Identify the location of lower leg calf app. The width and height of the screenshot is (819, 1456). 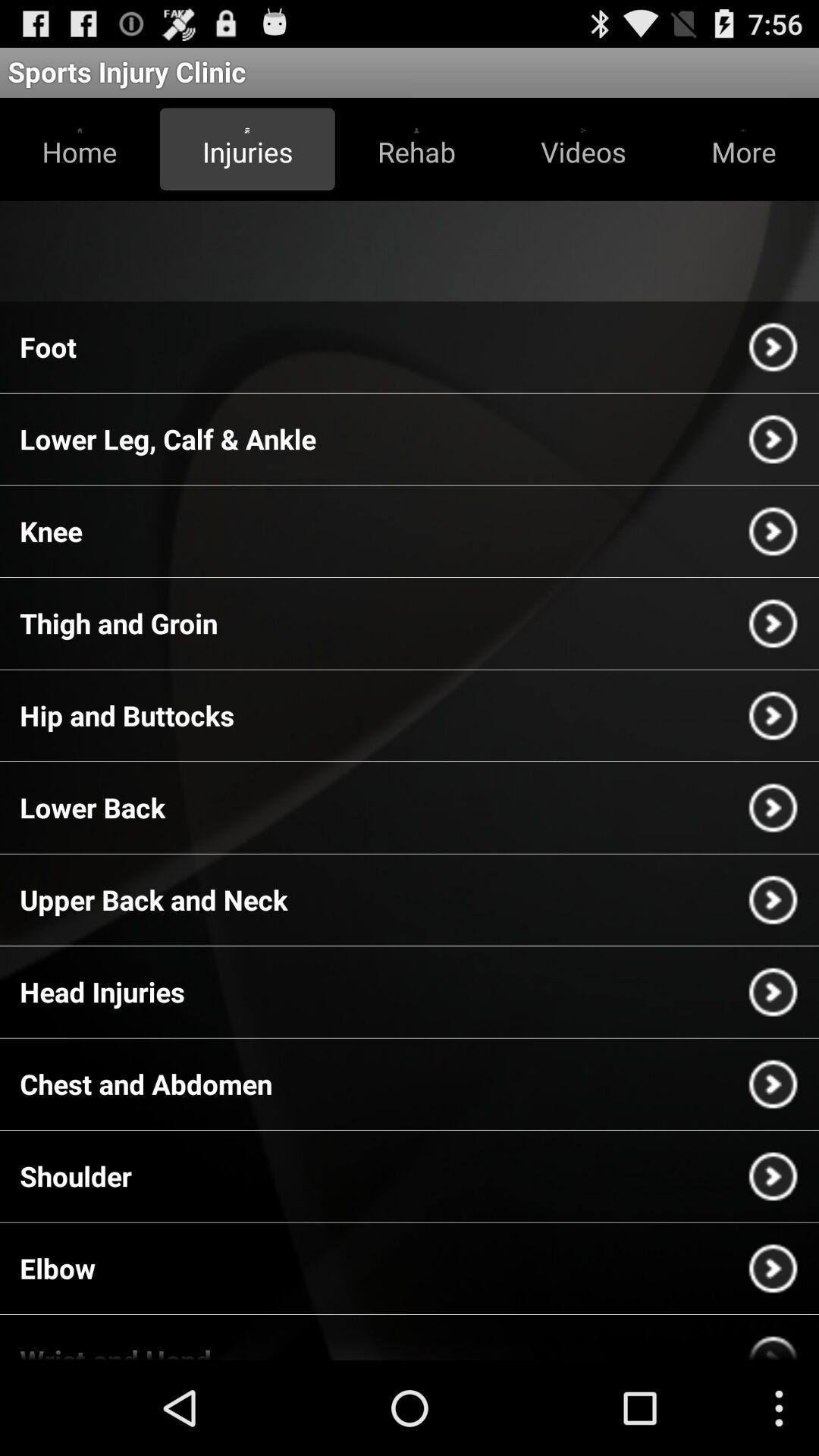
(168, 438).